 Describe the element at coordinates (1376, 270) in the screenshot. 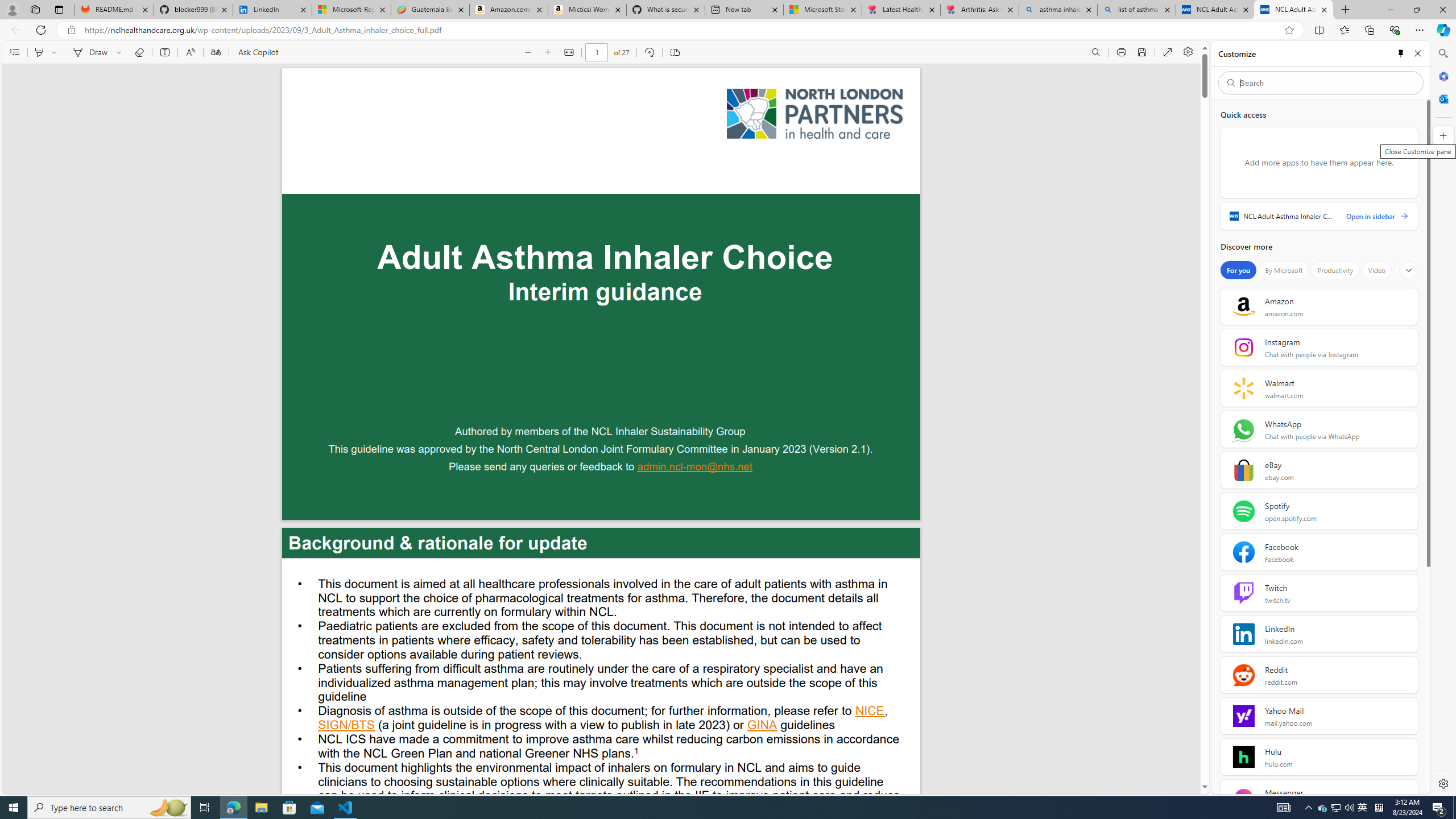

I see `'Video'` at that location.